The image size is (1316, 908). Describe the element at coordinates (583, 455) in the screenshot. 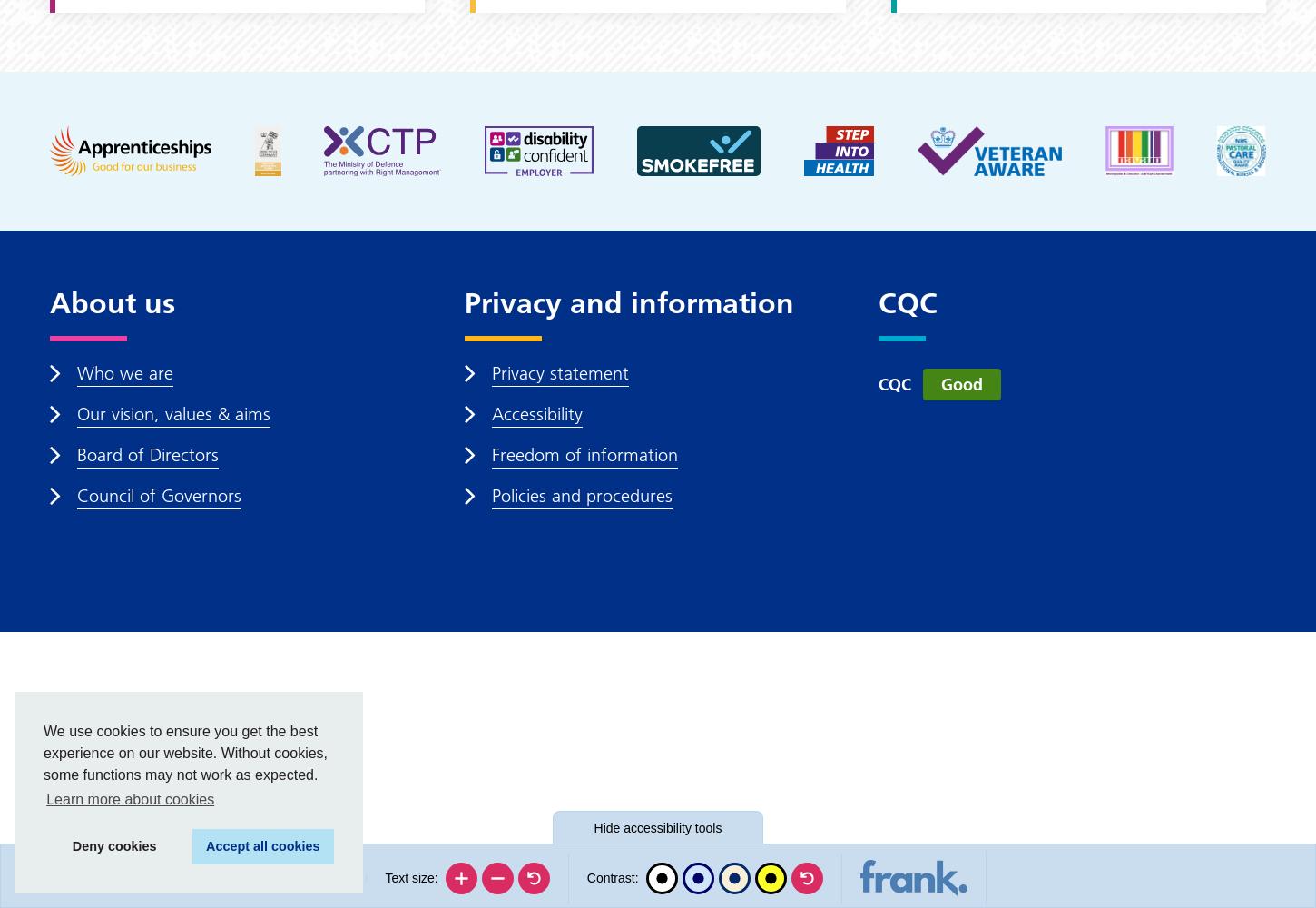

I see `'Freedom of information'` at that location.